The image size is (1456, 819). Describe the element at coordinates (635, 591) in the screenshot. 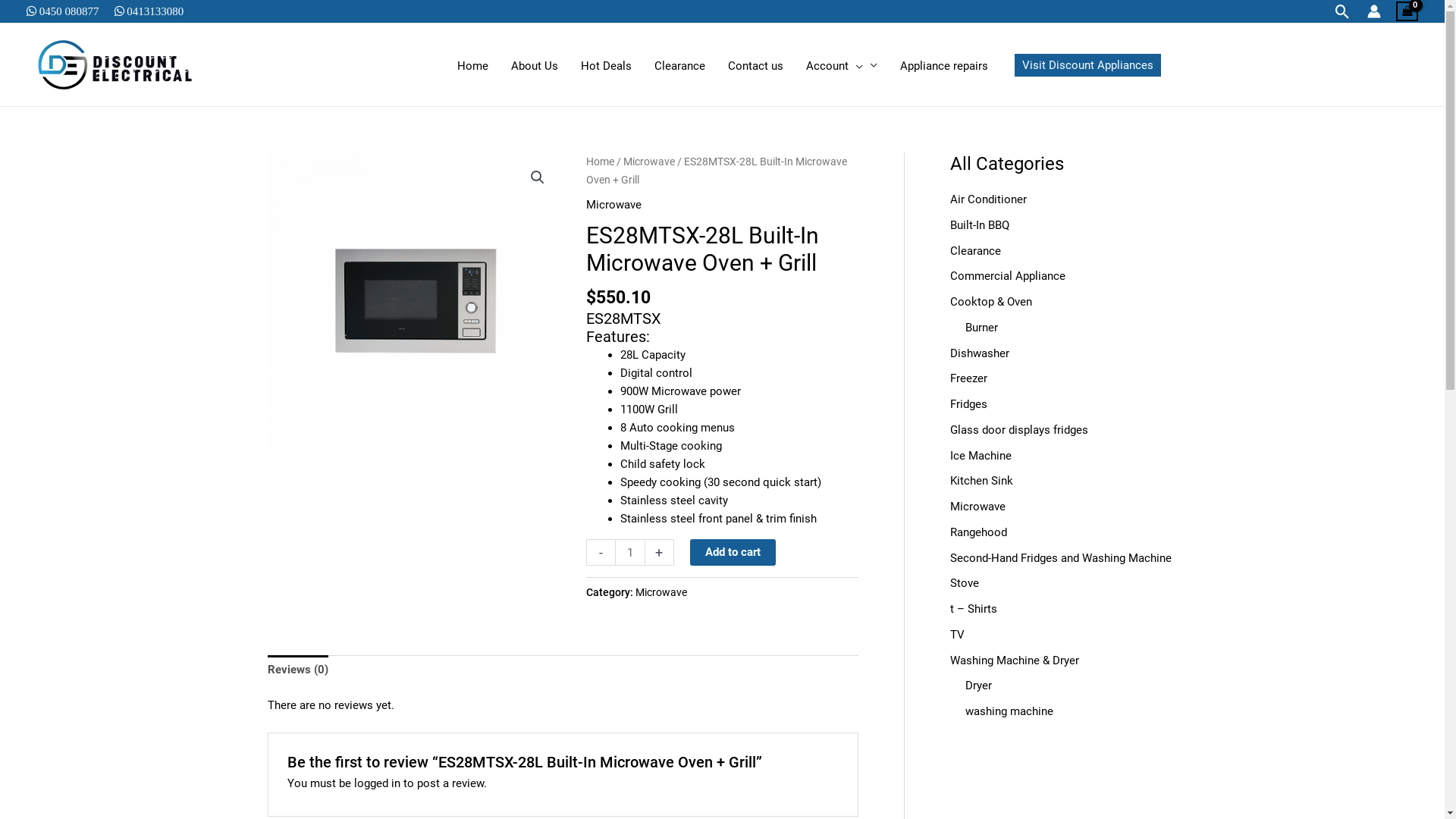

I see `'Microwave'` at that location.